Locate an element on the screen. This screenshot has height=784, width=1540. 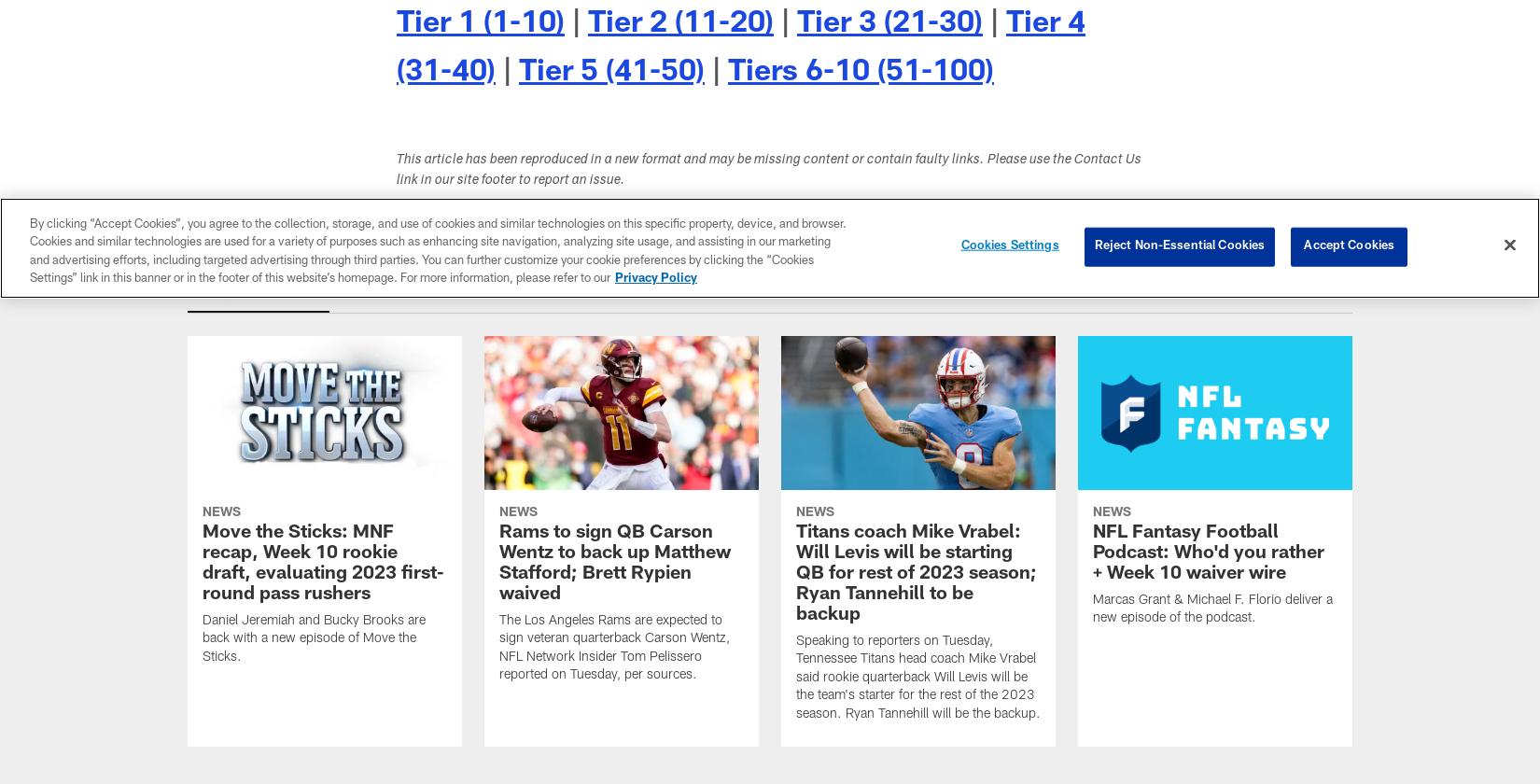
'Related Content' is located at coordinates (259, 294).